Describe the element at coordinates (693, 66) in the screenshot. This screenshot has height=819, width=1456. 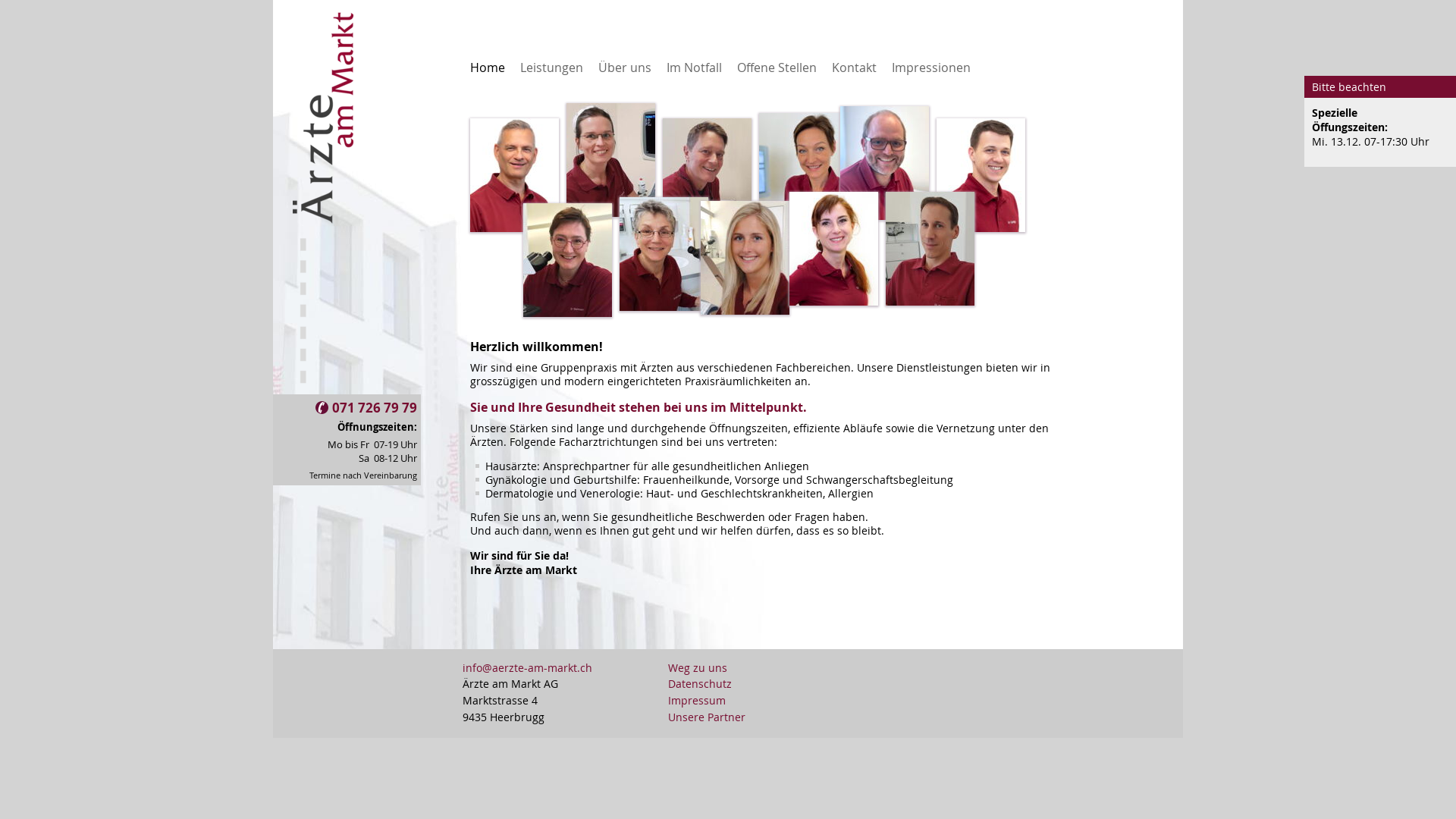
I see `'Im Notfall'` at that location.